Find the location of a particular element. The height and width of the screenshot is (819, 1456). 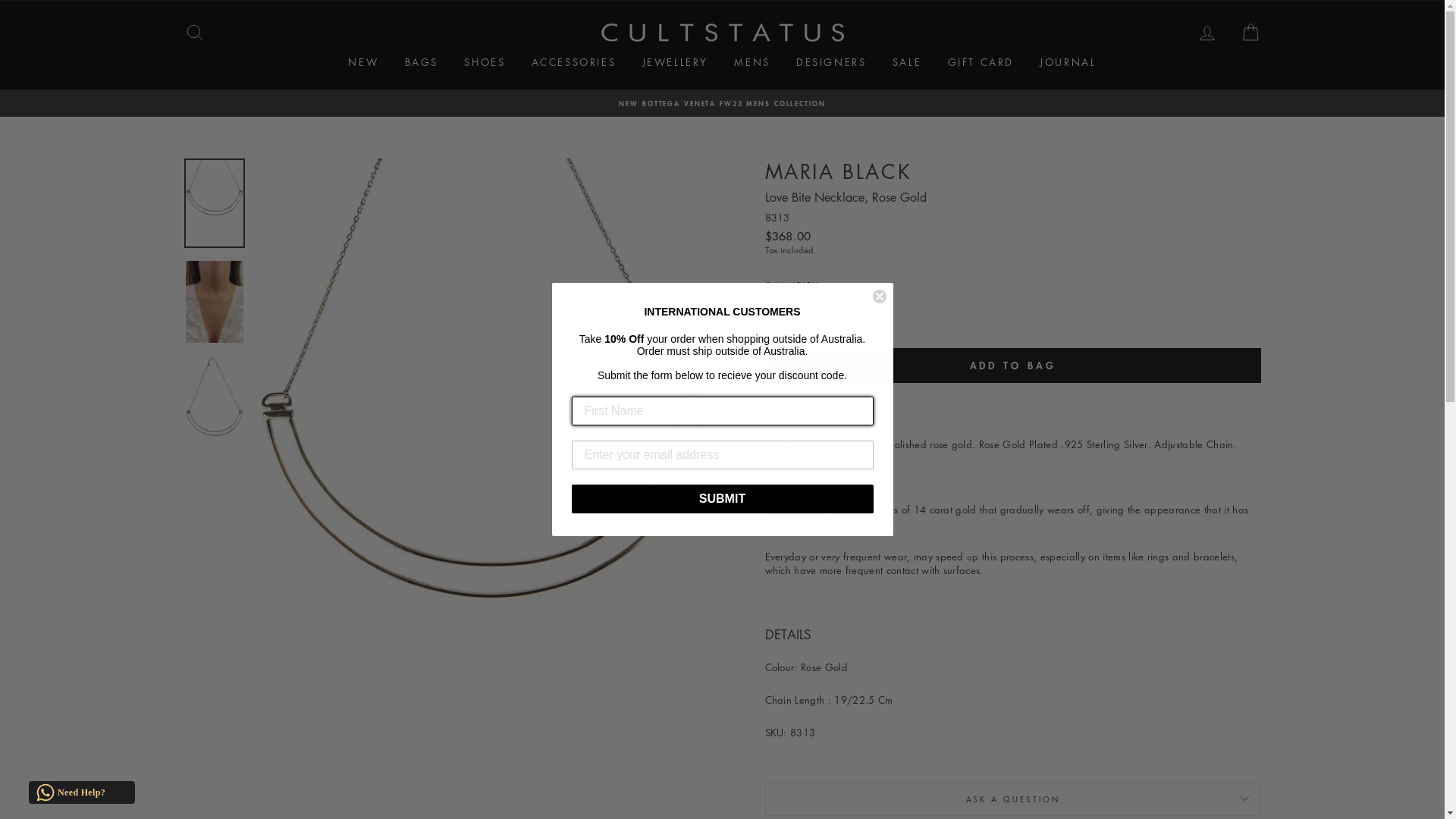

'JEWELLERY' is located at coordinates (630, 61).